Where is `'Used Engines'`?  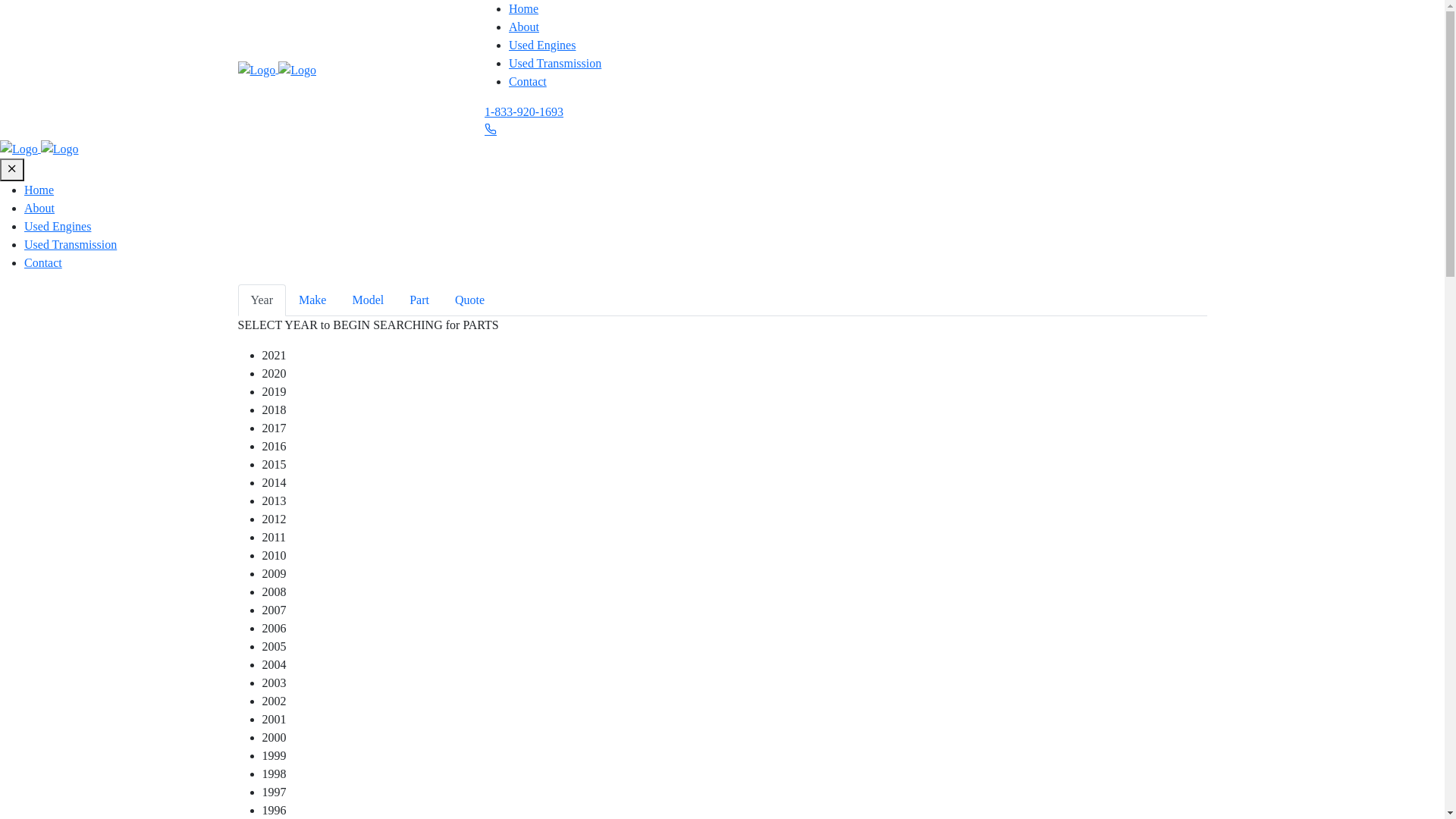
'Used Engines' is located at coordinates (58, 226).